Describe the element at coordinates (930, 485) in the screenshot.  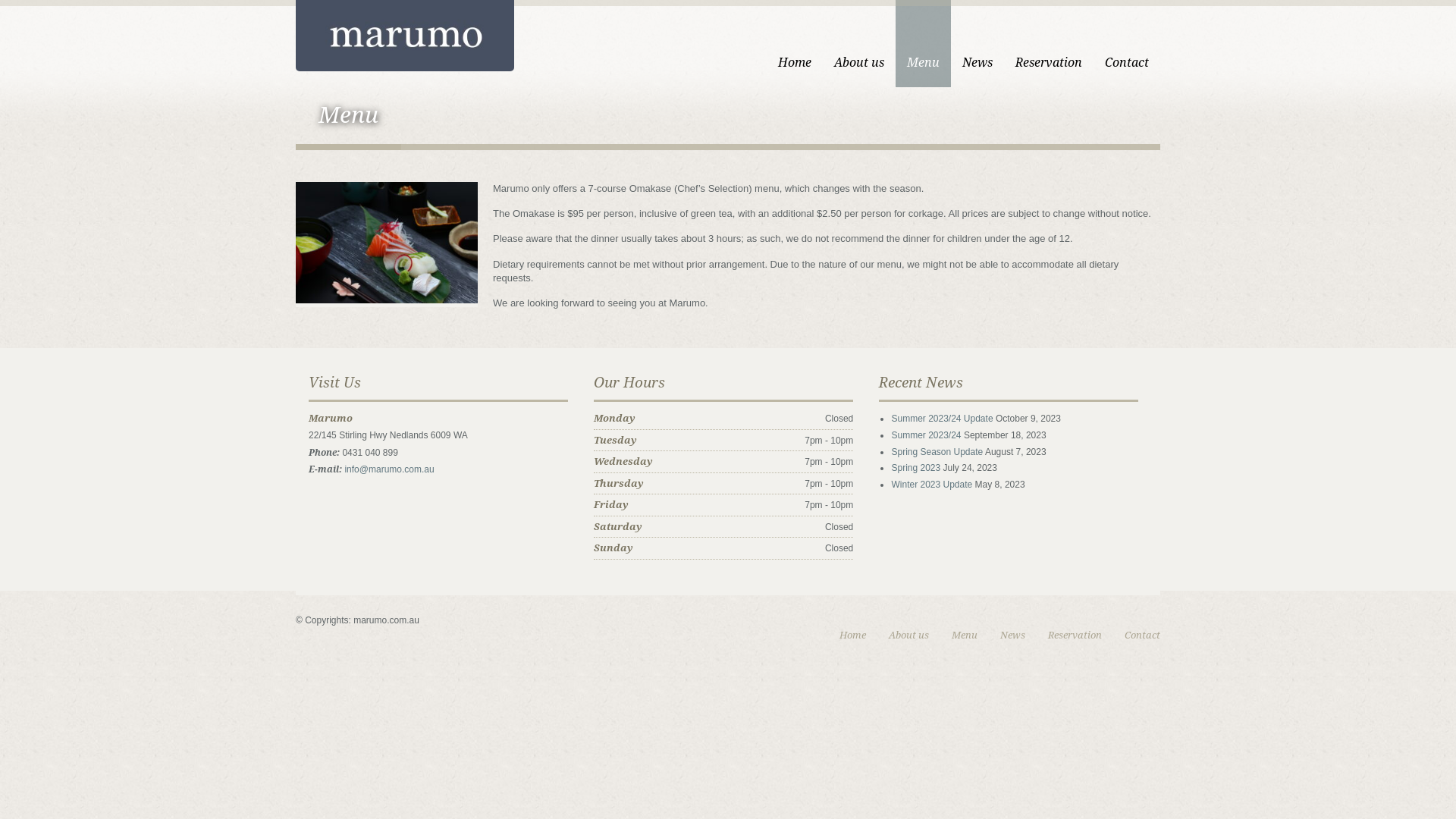
I see `'Winter 2023 Update'` at that location.